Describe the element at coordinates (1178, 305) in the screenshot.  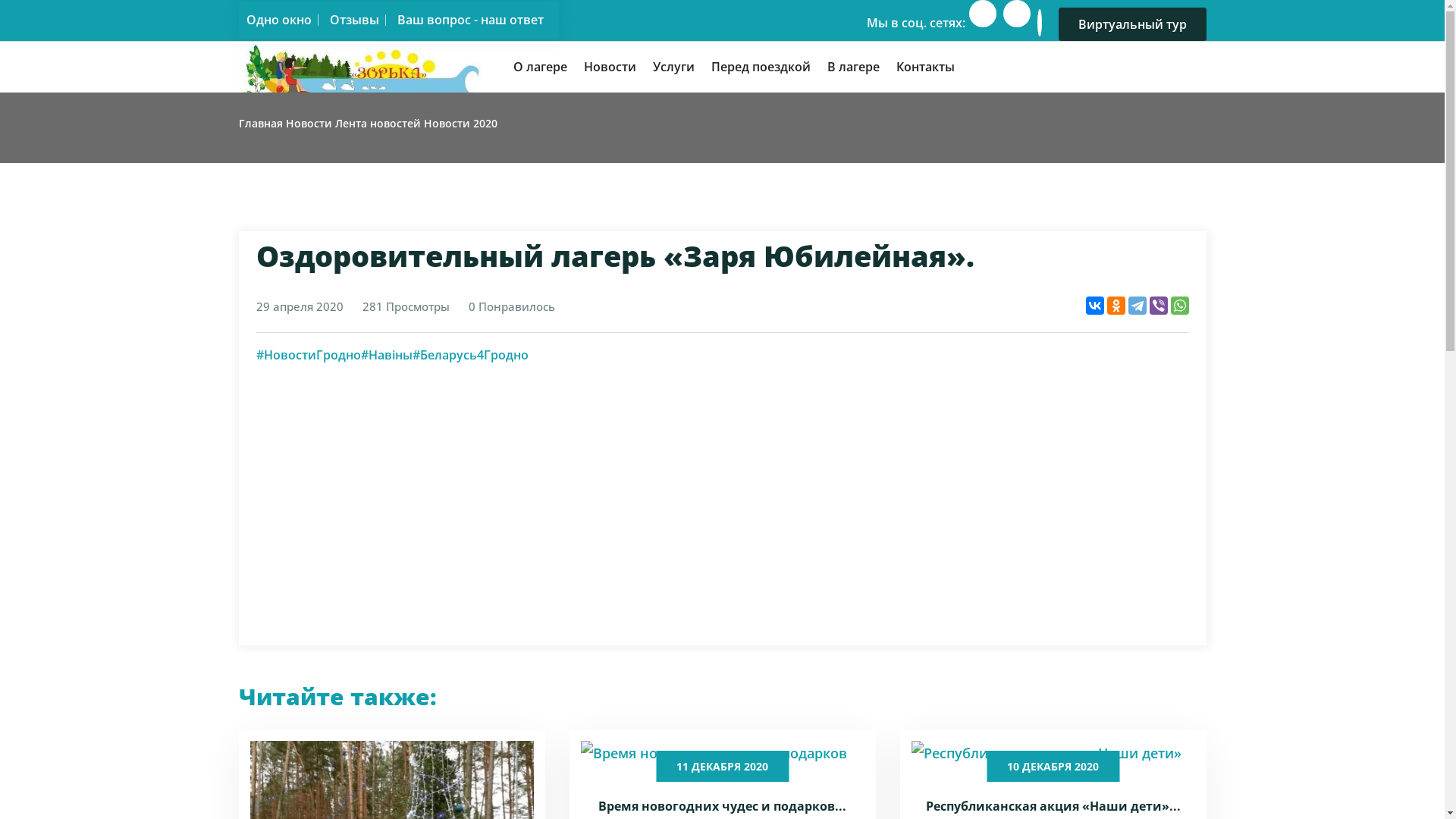
I see `'WhatsApp'` at that location.